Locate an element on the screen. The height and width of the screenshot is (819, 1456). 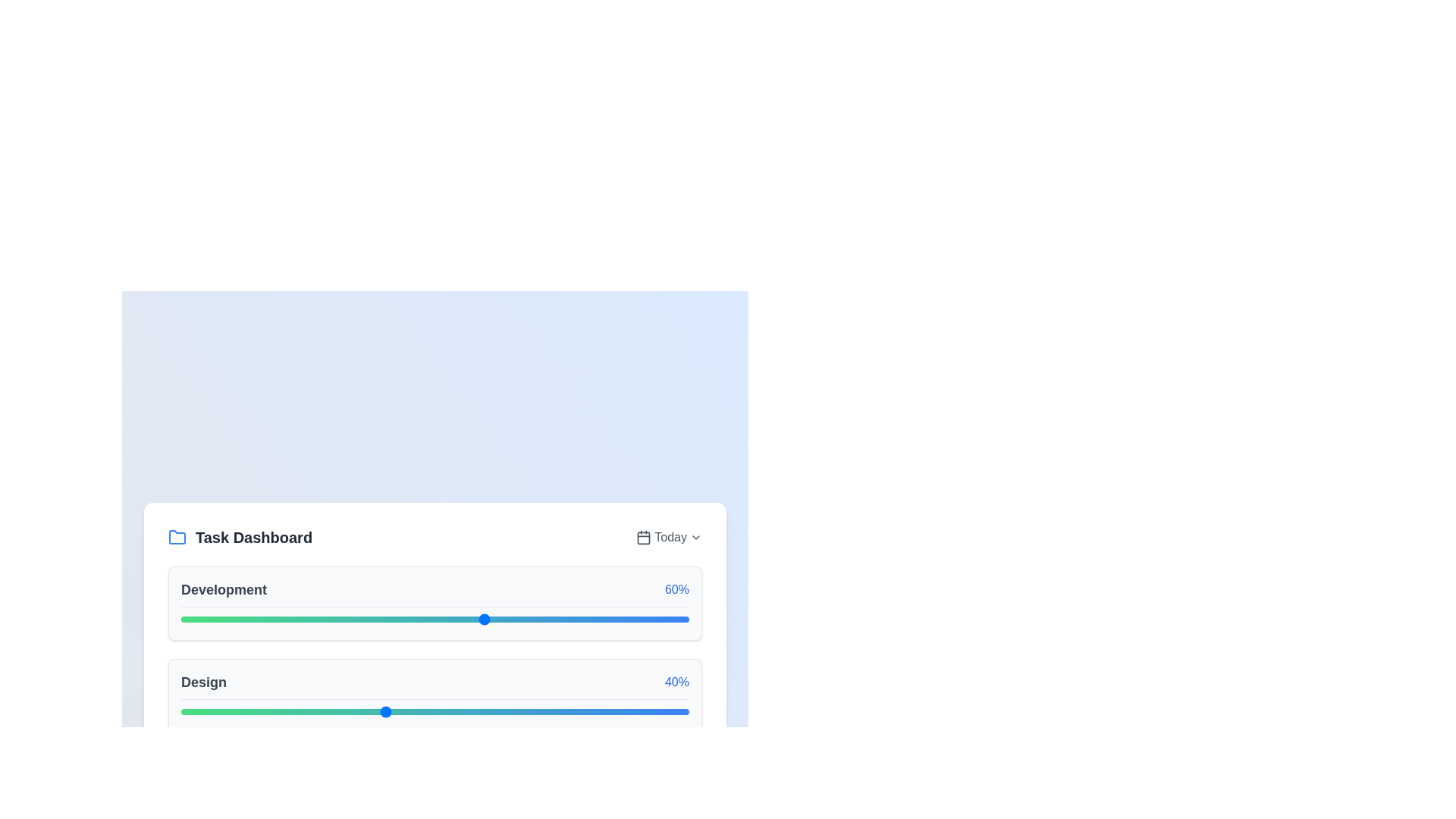
the slider value is located at coordinates (506, 803).